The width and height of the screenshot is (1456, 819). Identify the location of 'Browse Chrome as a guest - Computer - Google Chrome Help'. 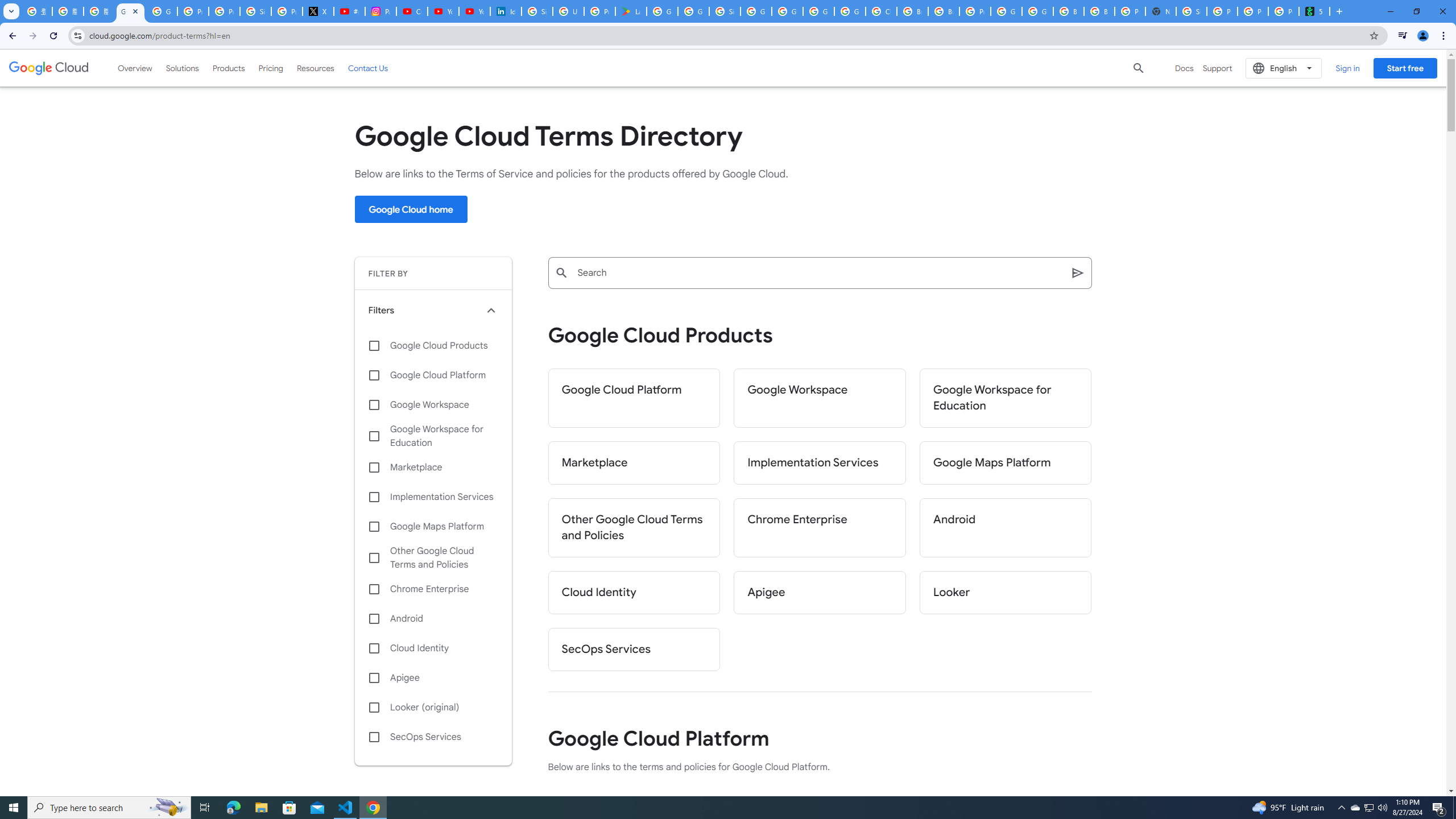
(911, 11).